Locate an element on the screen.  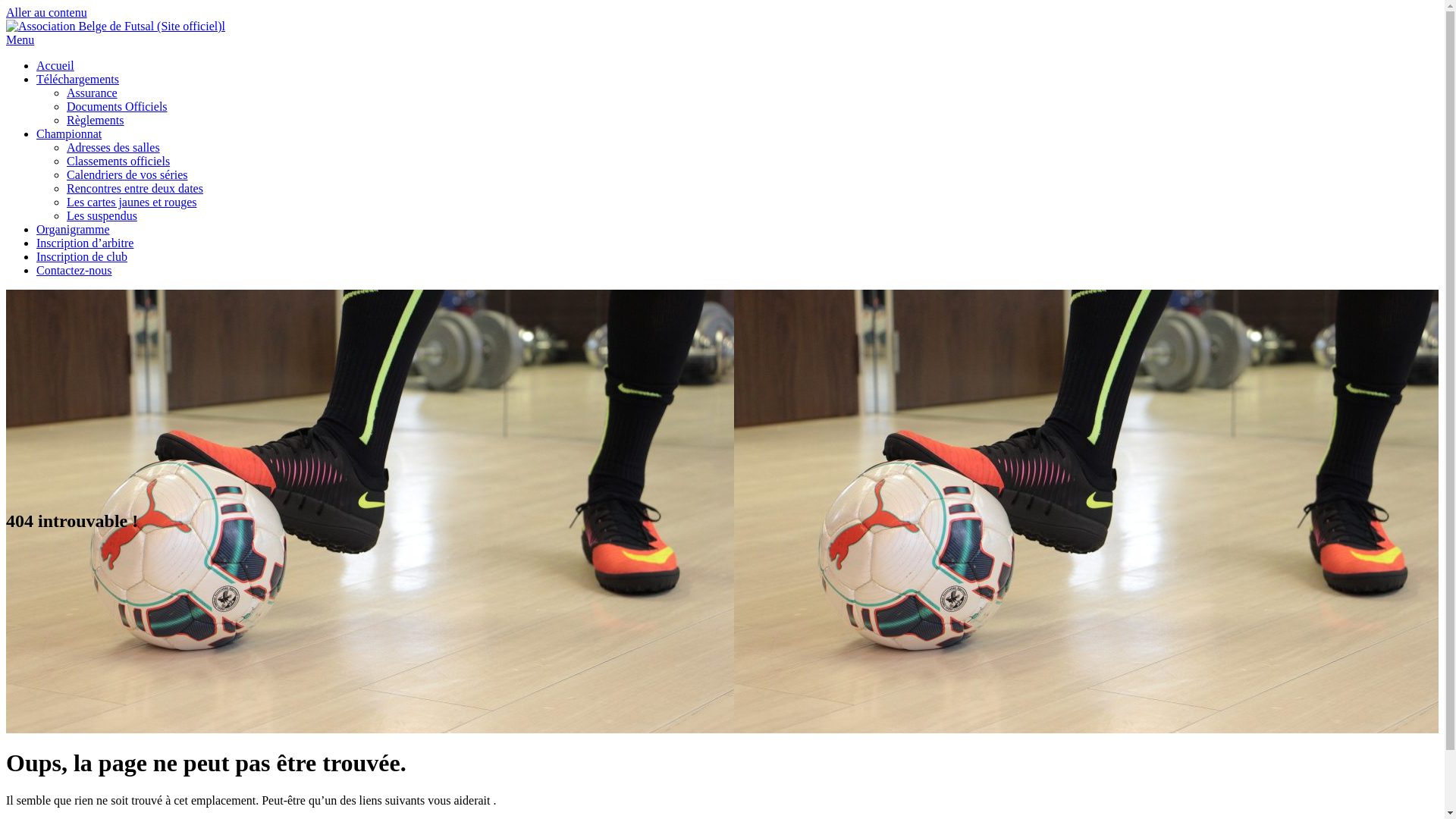
'Adresses des salles' is located at coordinates (112, 147).